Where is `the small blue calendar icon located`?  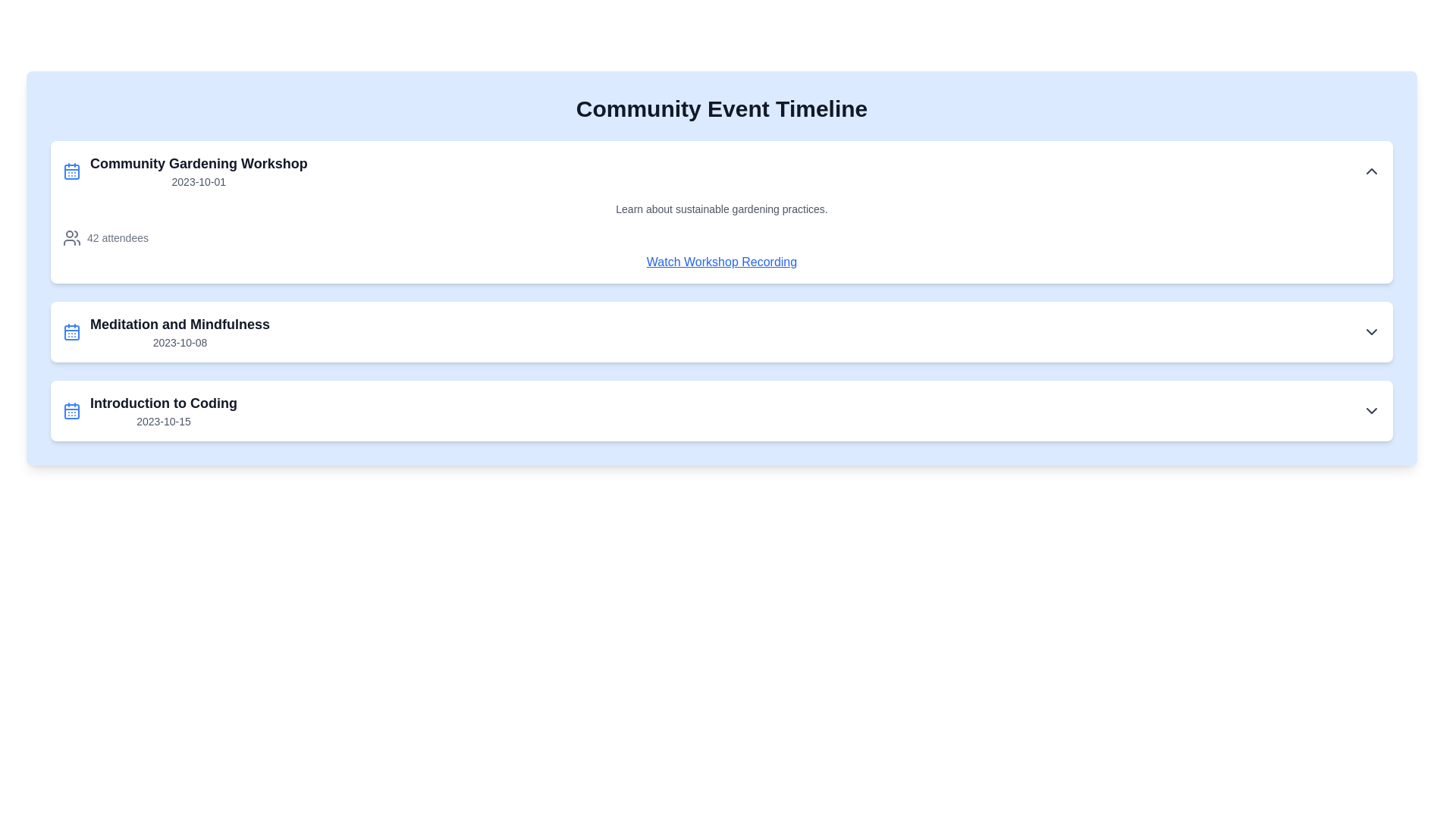 the small blue calendar icon located is located at coordinates (71, 171).